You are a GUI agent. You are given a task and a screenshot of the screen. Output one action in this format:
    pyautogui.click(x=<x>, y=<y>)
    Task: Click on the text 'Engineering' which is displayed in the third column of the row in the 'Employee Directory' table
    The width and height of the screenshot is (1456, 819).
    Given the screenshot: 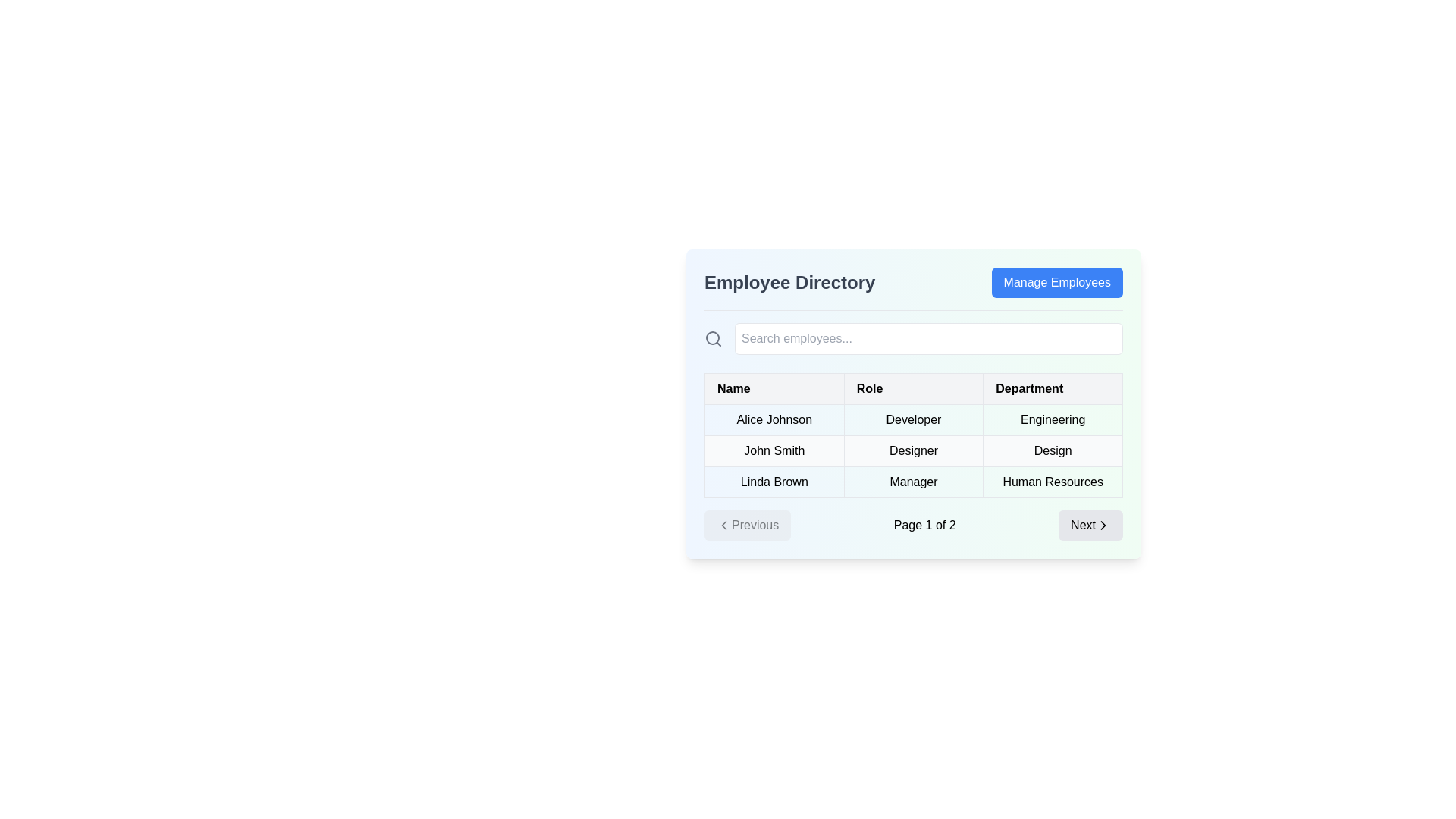 What is the action you would take?
    pyautogui.click(x=1052, y=420)
    